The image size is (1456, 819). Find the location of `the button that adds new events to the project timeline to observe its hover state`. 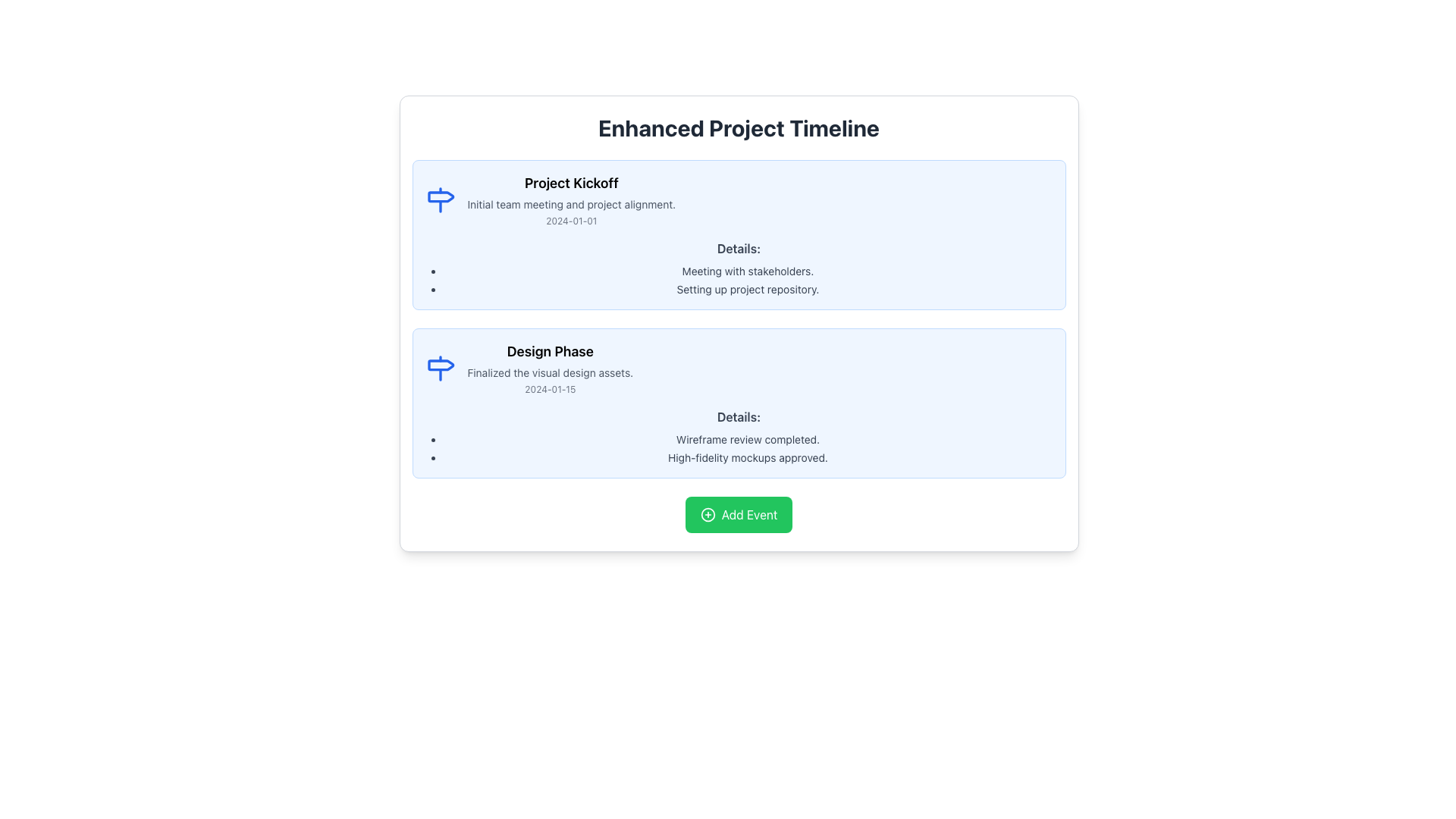

the button that adds new events to the project timeline to observe its hover state is located at coordinates (739, 513).